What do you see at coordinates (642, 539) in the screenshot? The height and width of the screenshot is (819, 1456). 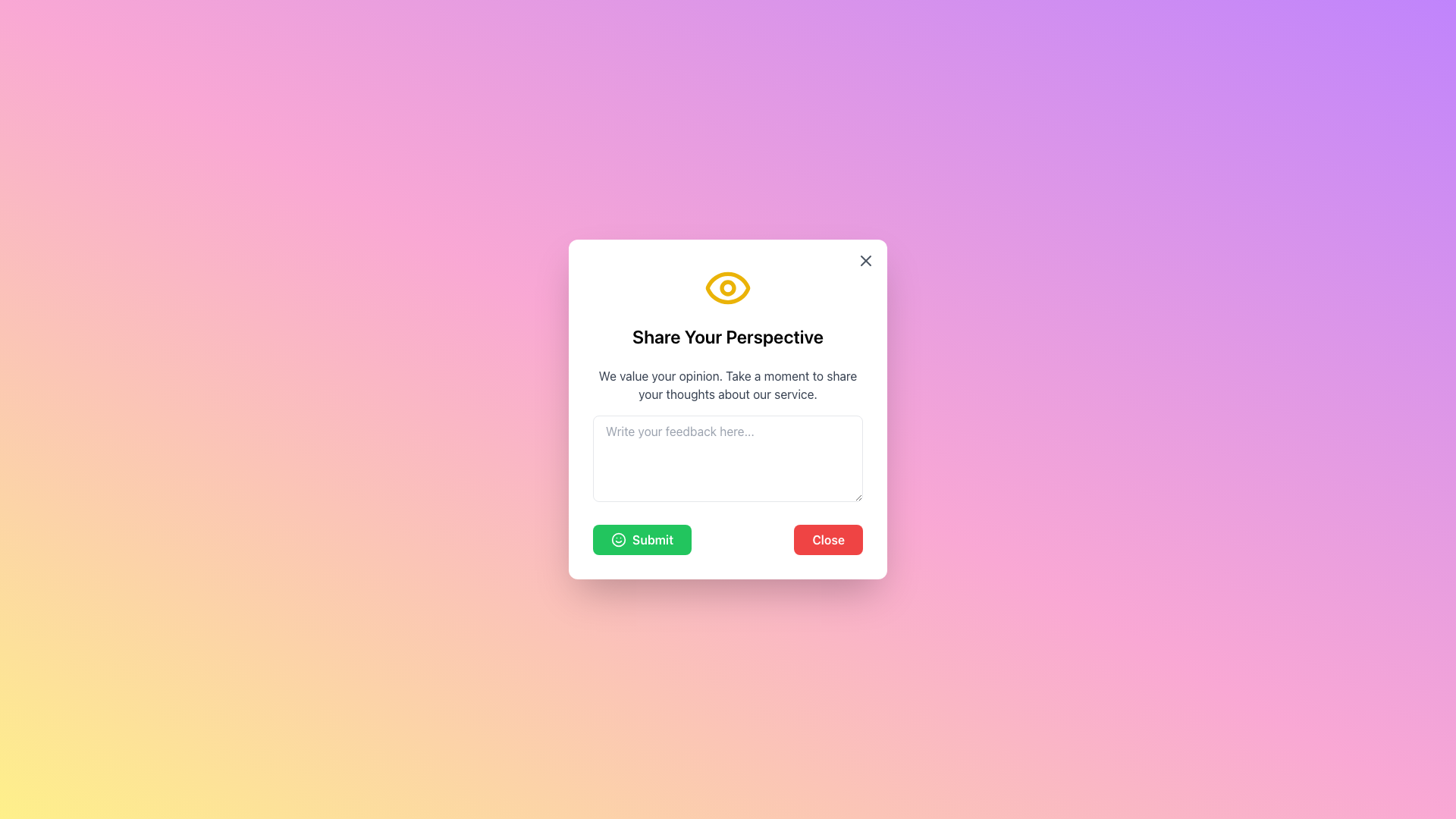 I see `the green 'Submit' button with rounded corners and white text to observe its hover effects` at bounding box center [642, 539].